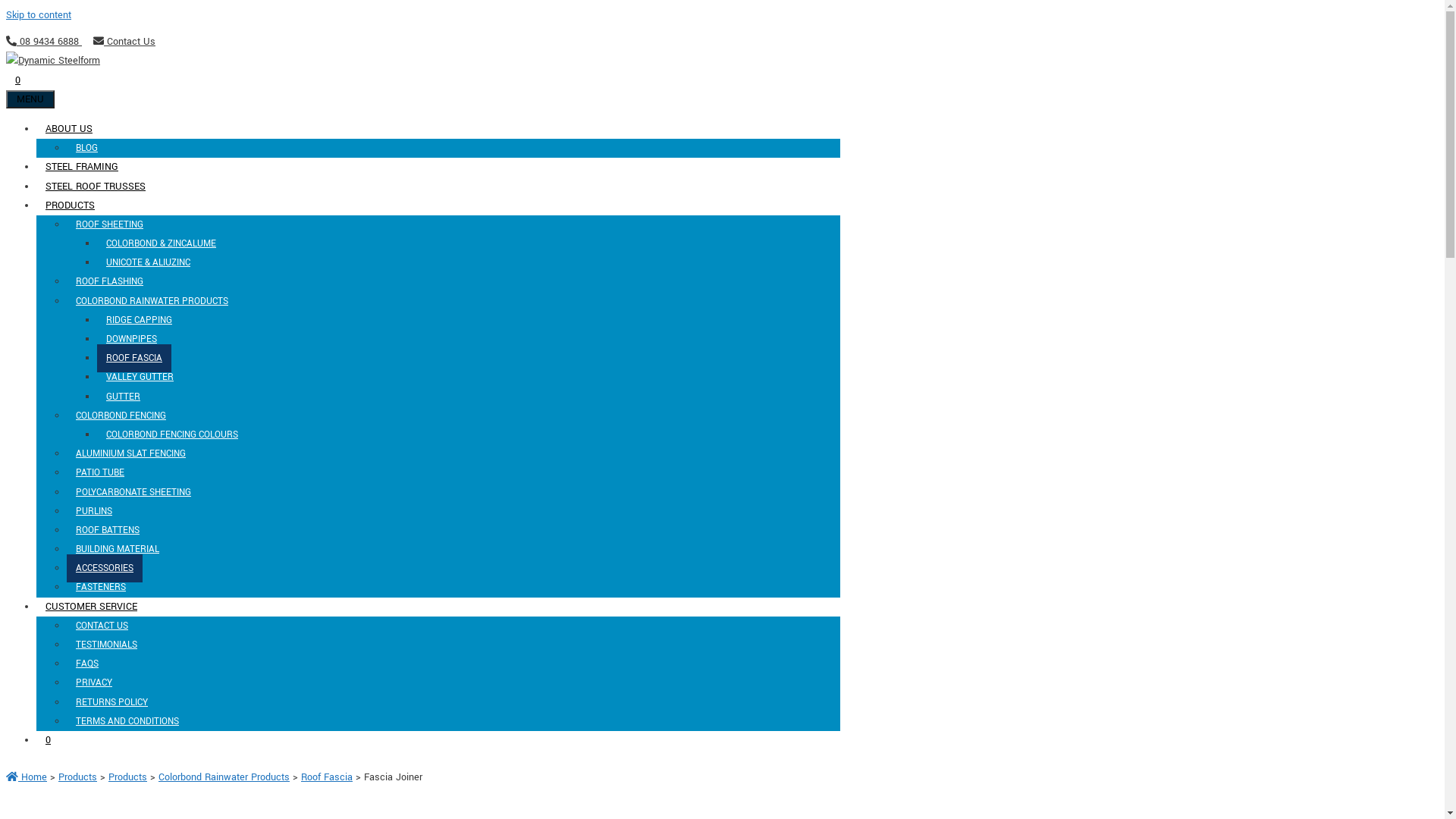 This screenshot has width=1456, height=819. Describe the element at coordinates (108, 281) in the screenshot. I see `'ROOF FLASHING'` at that location.